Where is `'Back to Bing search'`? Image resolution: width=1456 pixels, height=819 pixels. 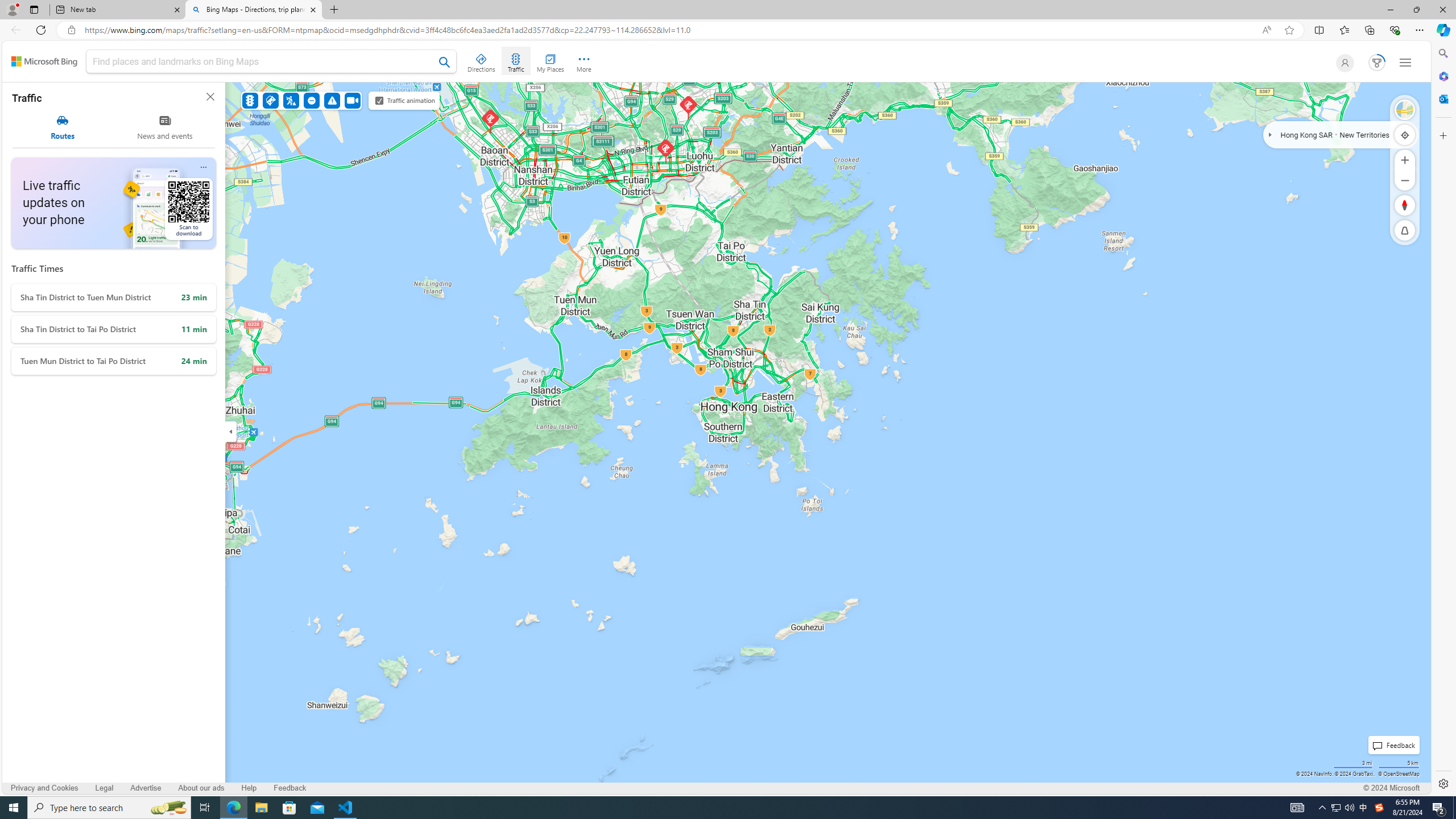
'Back to Bing search' is located at coordinates (44, 61).